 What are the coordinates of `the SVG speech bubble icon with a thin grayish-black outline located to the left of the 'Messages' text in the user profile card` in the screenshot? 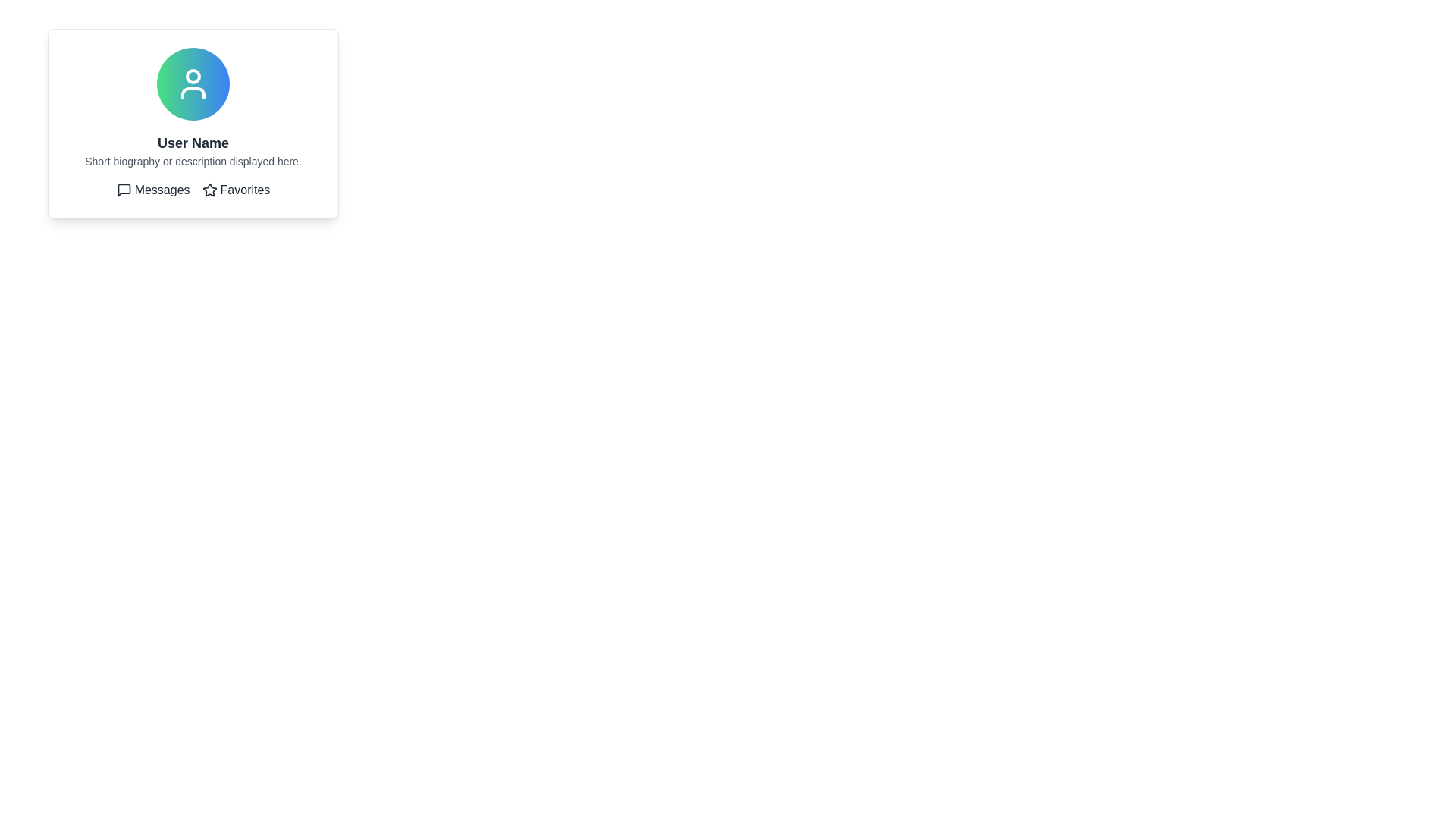 It's located at (124, 189).